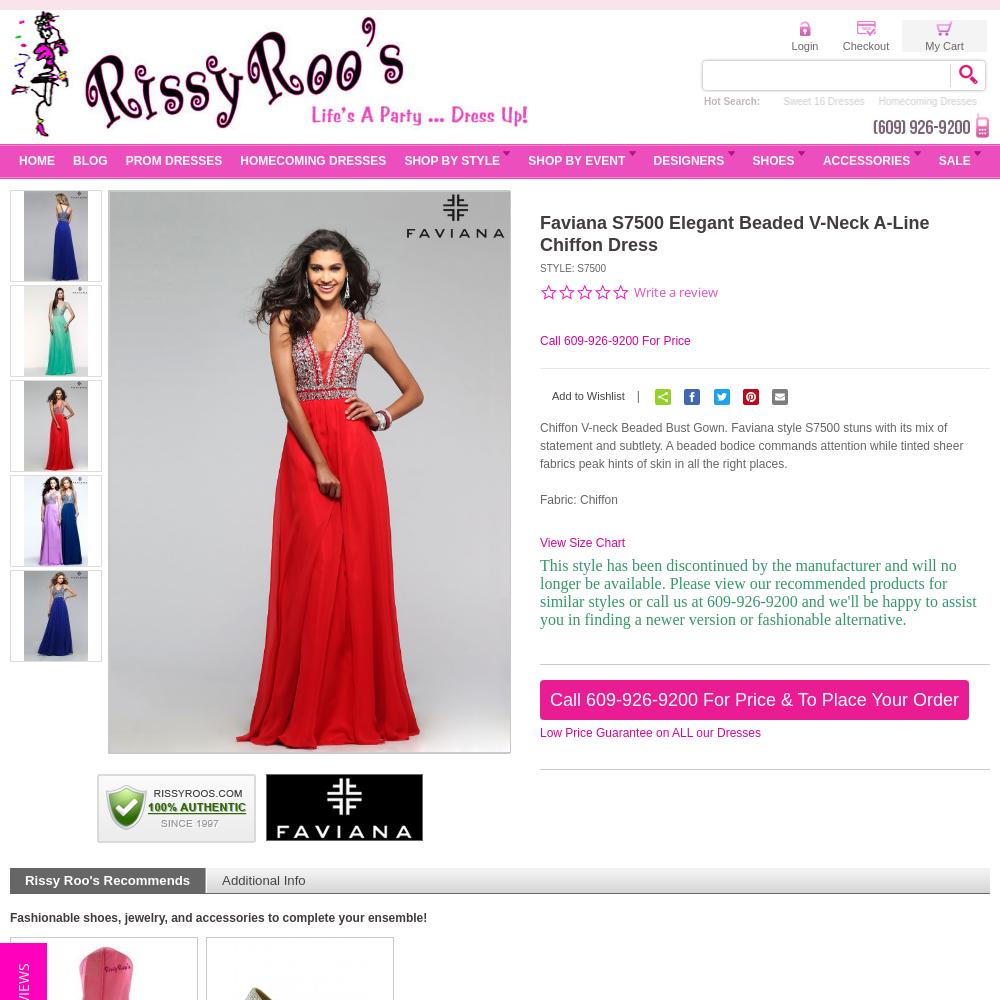 The image size is (1000, 1000). Describe the element at coordinates (577, 161) in the screenshot. I see `'Shop by Event'` at that location.